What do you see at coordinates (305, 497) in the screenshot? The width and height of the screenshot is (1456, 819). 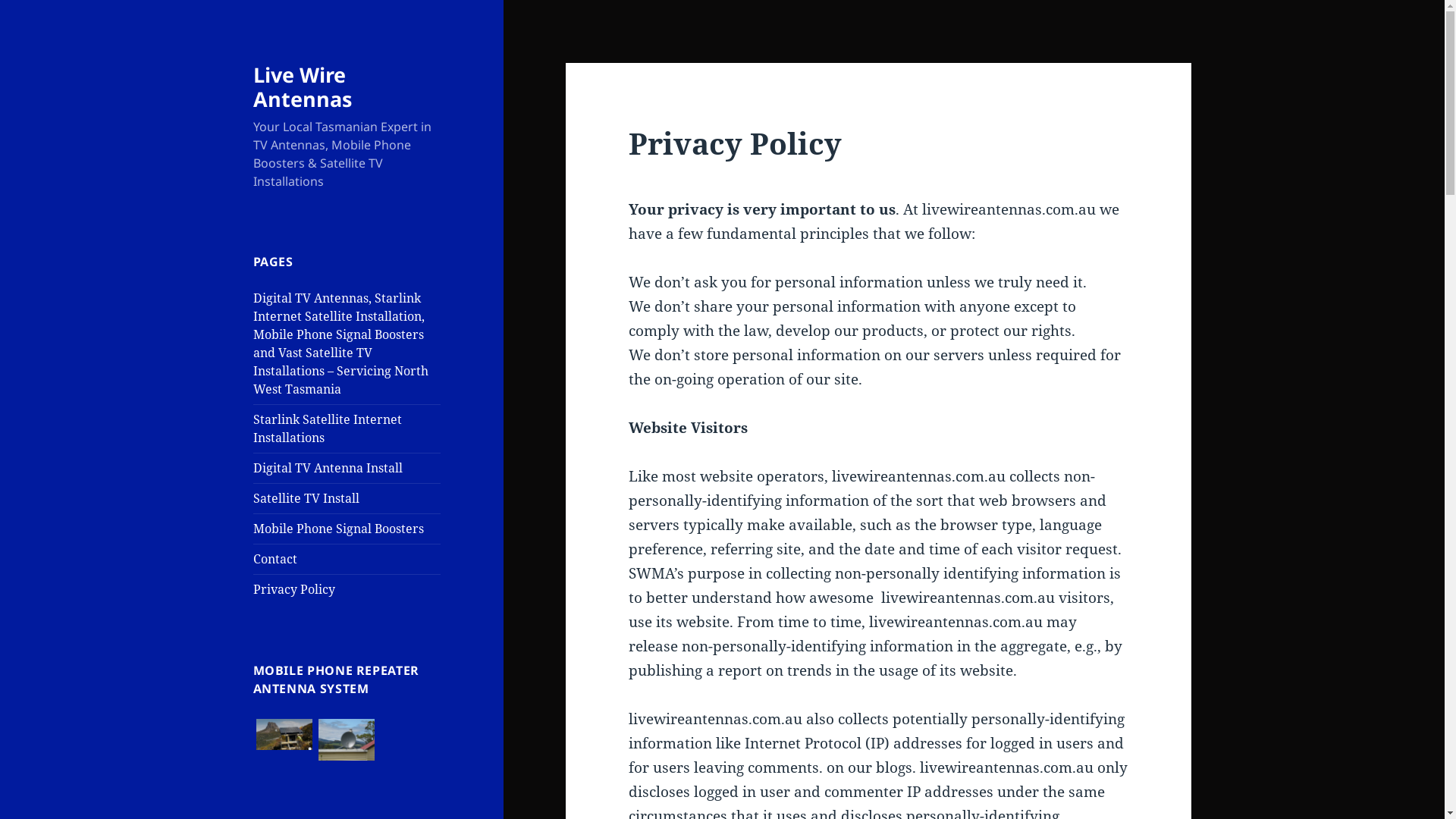 I see `'Satellite TV Install'` at bounding box center [305, 497].